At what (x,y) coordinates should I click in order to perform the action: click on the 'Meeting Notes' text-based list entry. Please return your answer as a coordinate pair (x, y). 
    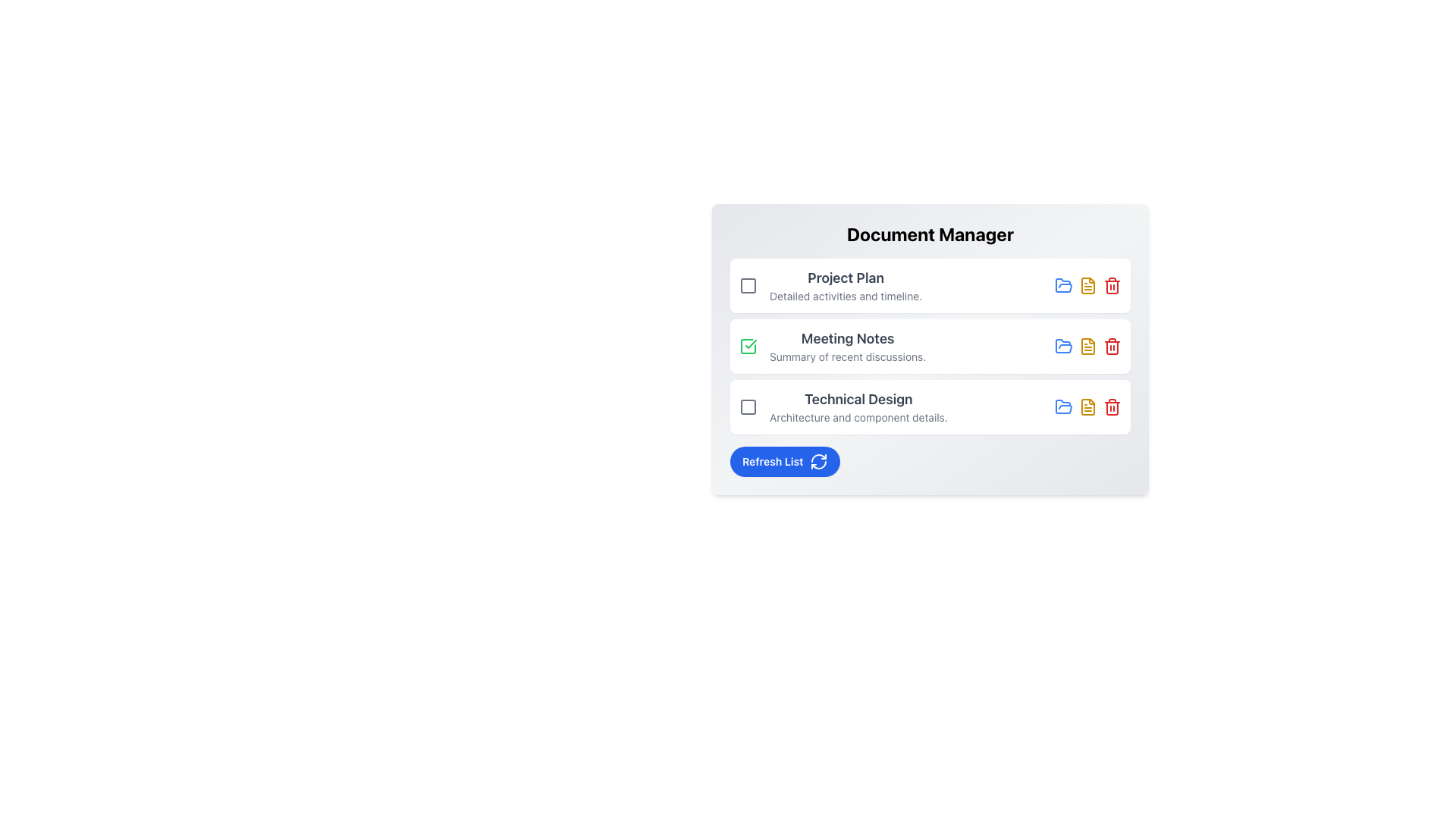
    Looking at the image, I should click on (832, 346).